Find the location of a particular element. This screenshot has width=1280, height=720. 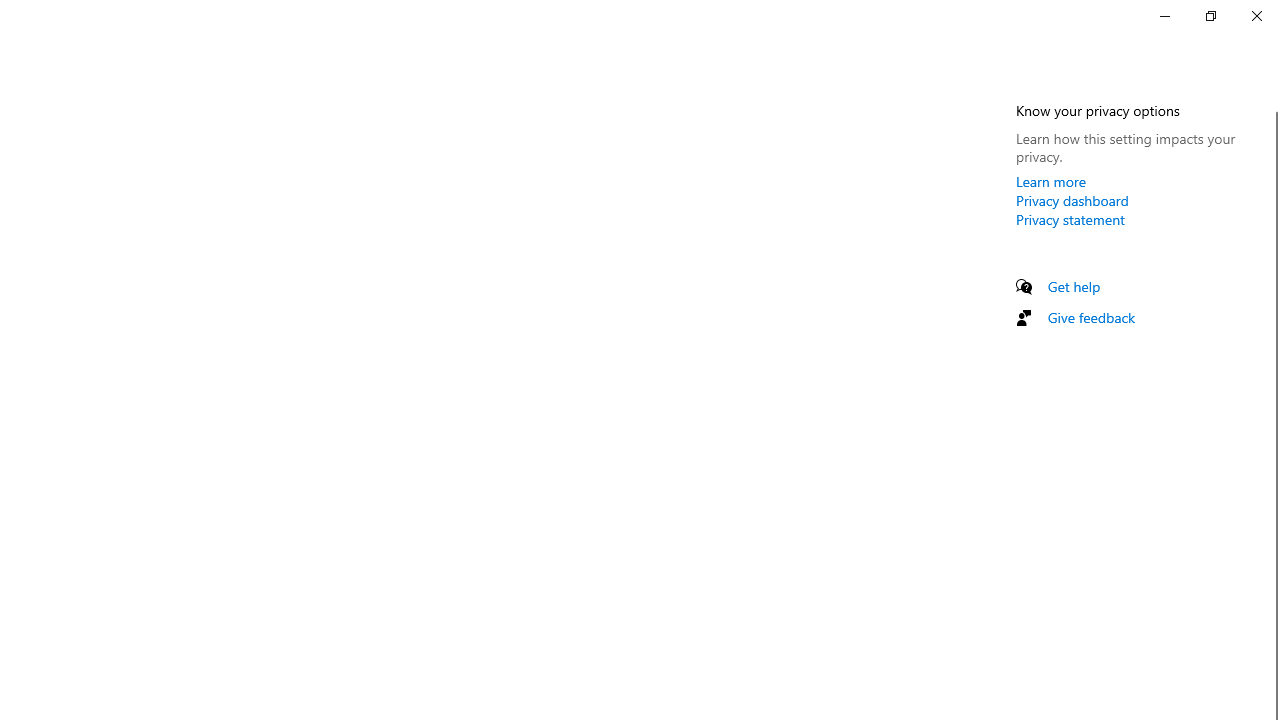

'Privacy statement' is located at coordinates (1069, 219).